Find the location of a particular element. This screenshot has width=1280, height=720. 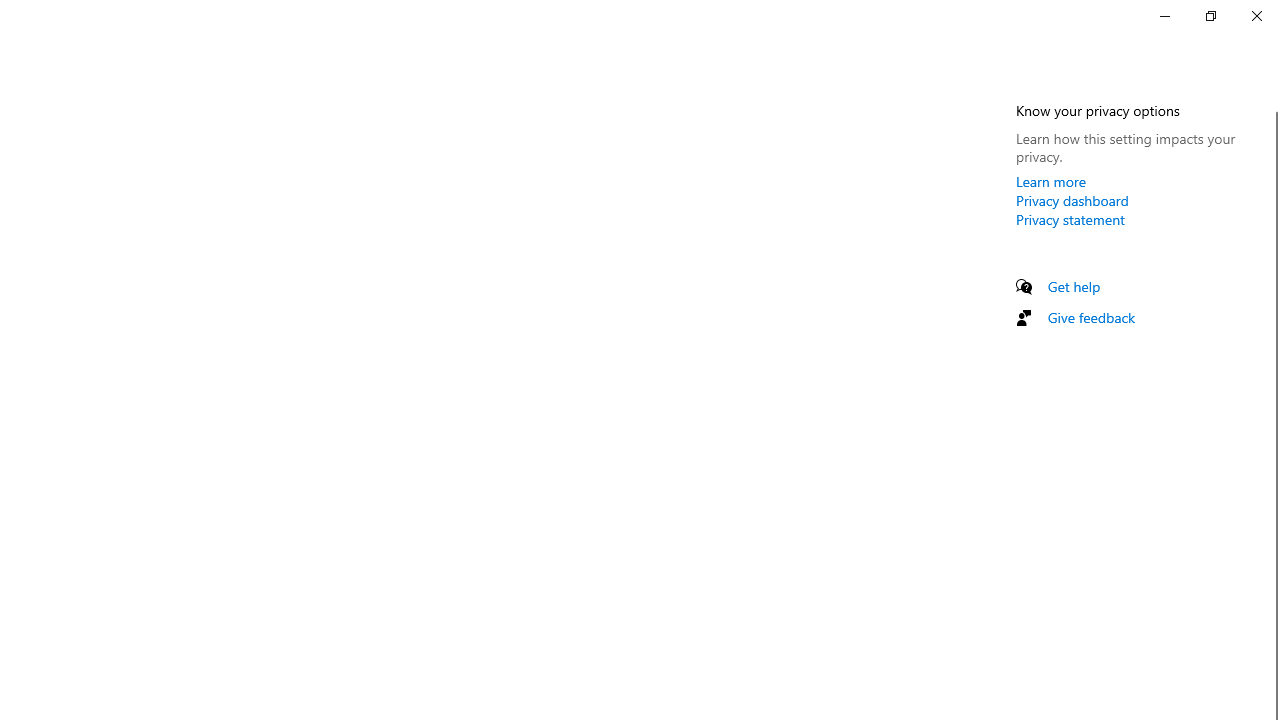

'Privacy statement' is located at coordinates (1069, 219).